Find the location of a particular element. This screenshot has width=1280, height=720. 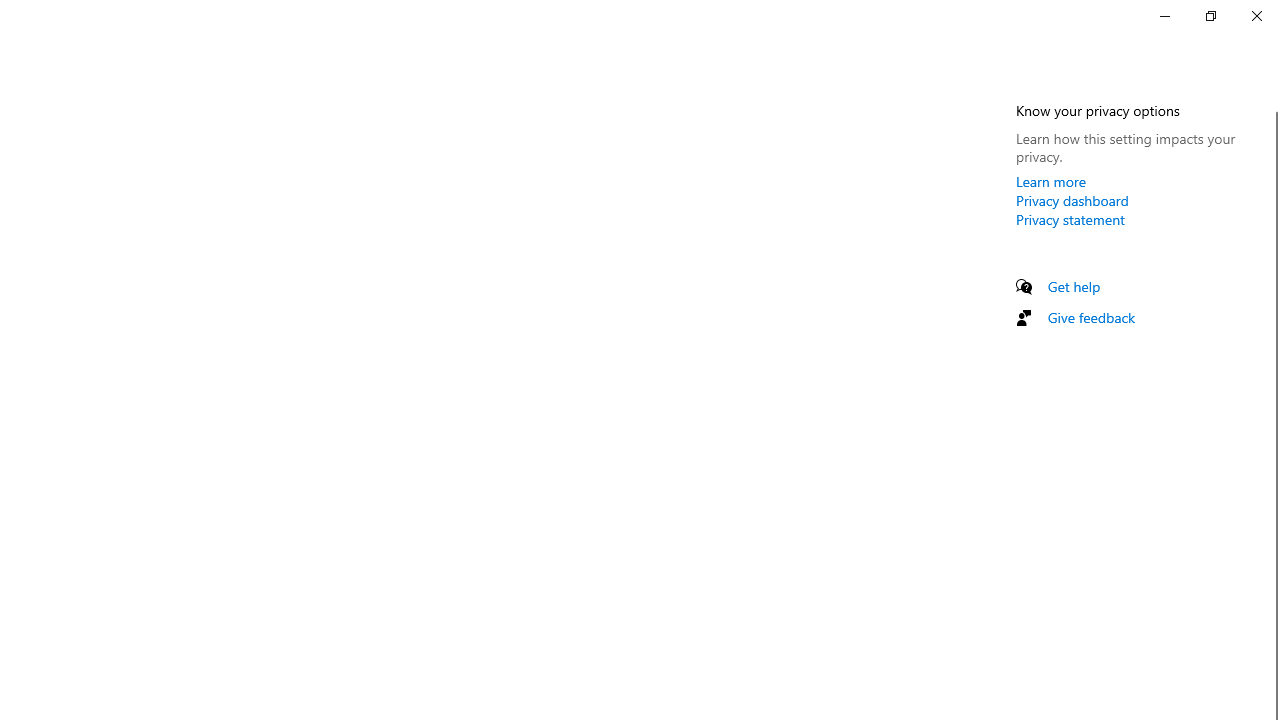

'Privacy statement' is located at coordinates (1069, 219).